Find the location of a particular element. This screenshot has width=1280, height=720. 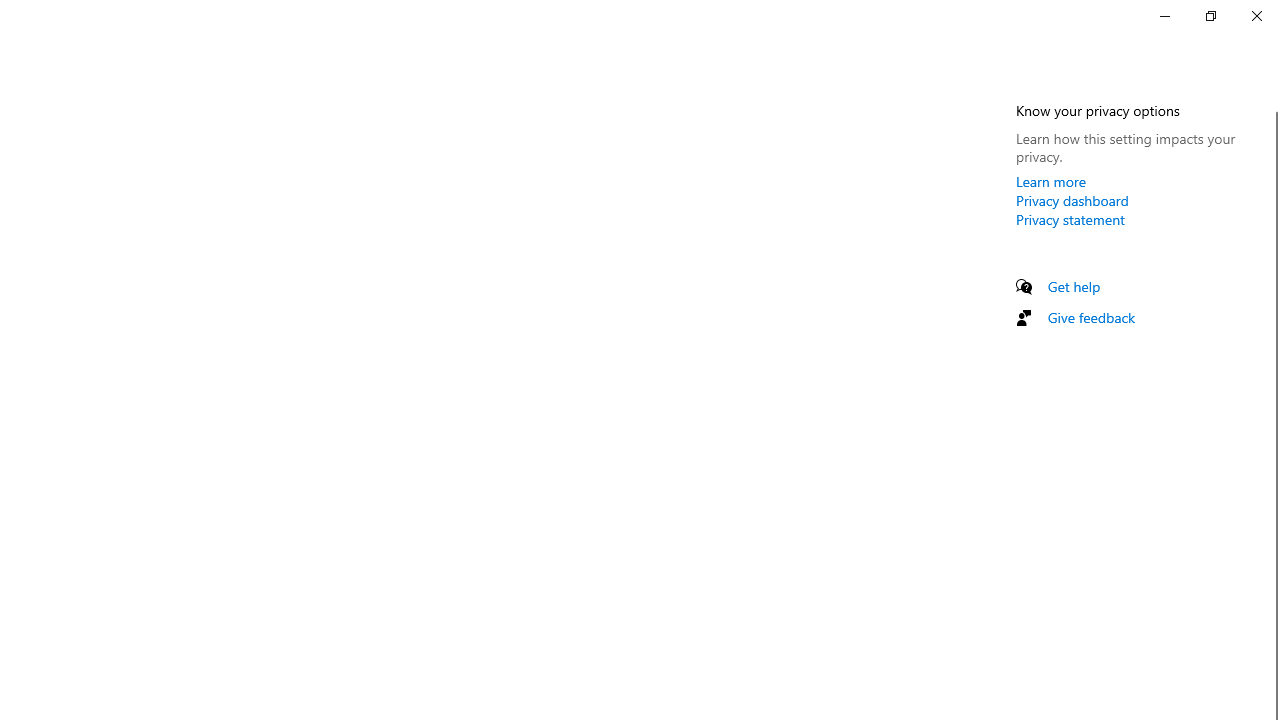

'Privacy statement' is located at coordinates (1069, 219).